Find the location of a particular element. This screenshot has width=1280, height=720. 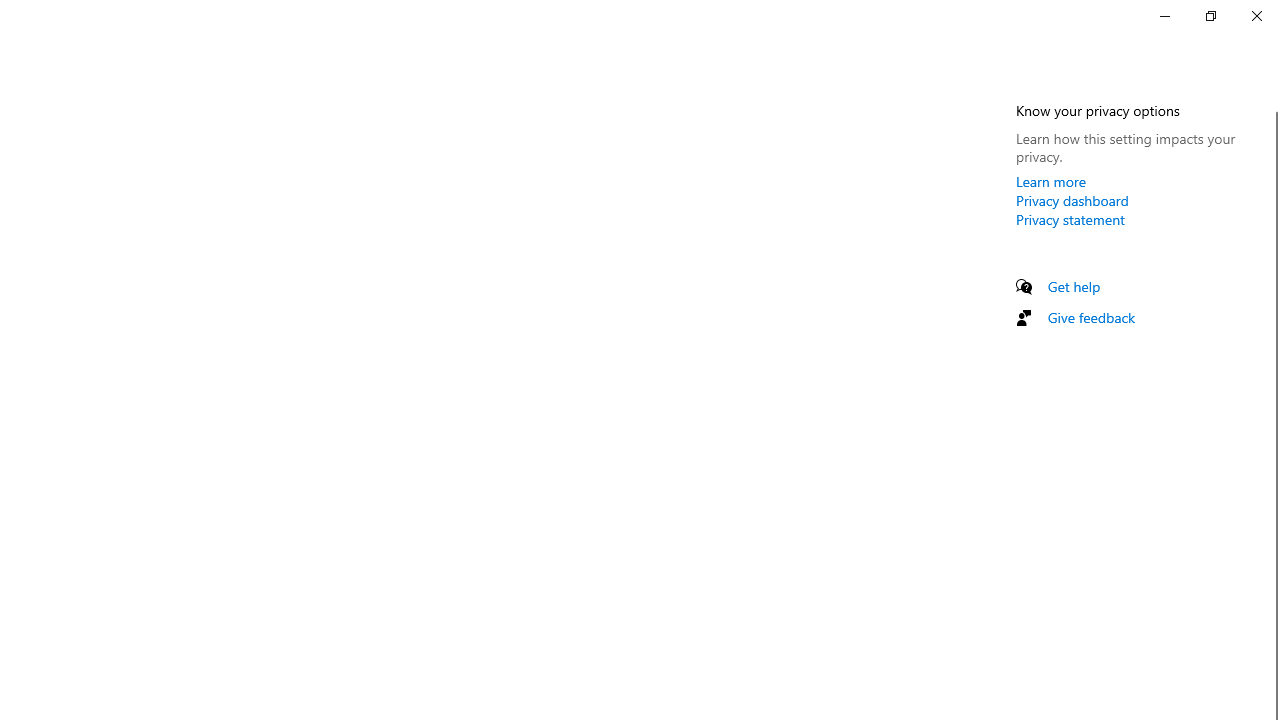

'Privacy statement' is located at coordinates (1069, 219).